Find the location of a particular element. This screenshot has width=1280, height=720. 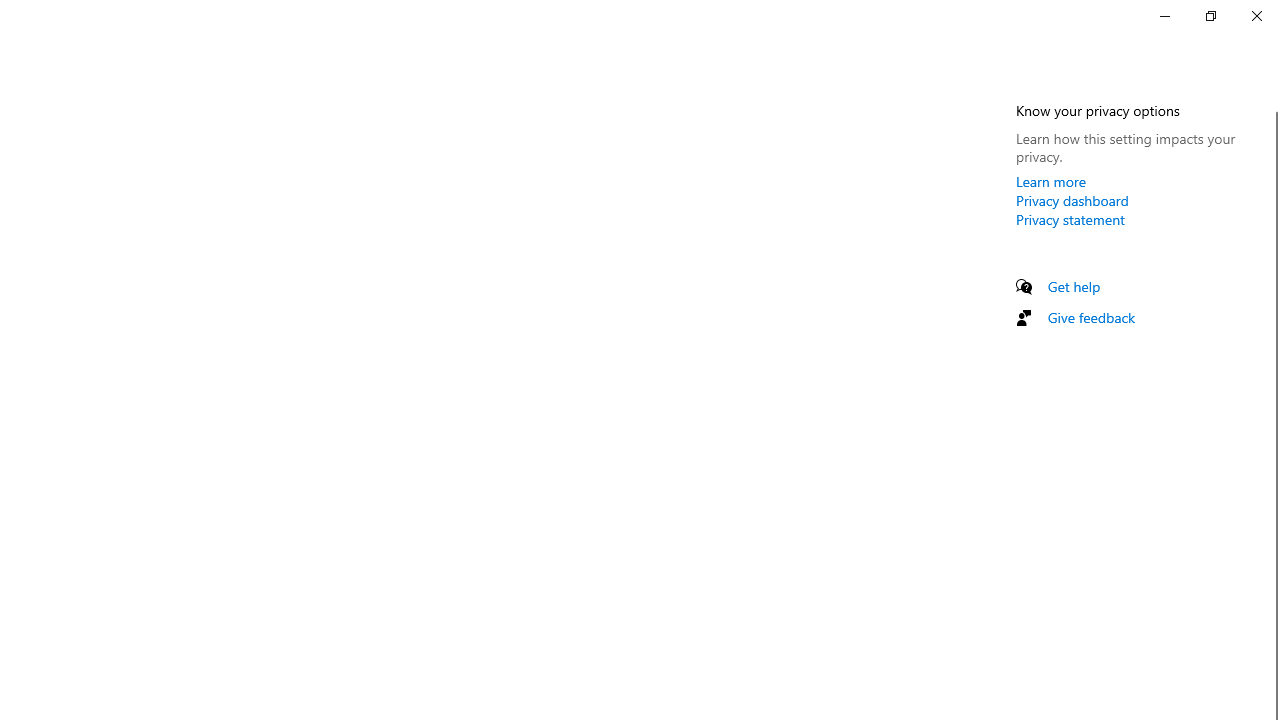

'Privacy statement' is located at coordinates (1069, 219).